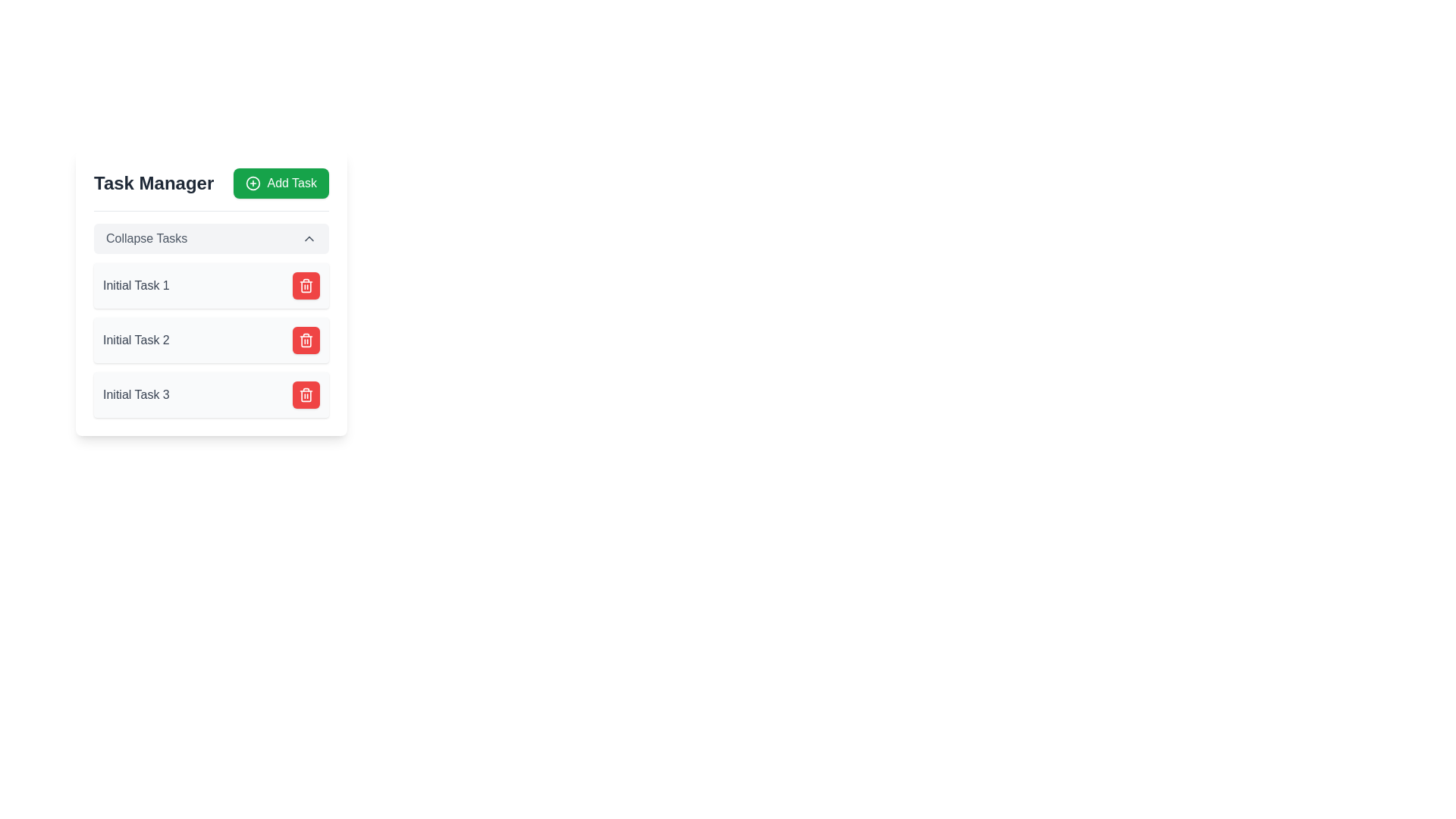  Describe the element at coordinates (210, 339) in the screenshot. I see `the second task entry in the 'Task Manager'` at that location.